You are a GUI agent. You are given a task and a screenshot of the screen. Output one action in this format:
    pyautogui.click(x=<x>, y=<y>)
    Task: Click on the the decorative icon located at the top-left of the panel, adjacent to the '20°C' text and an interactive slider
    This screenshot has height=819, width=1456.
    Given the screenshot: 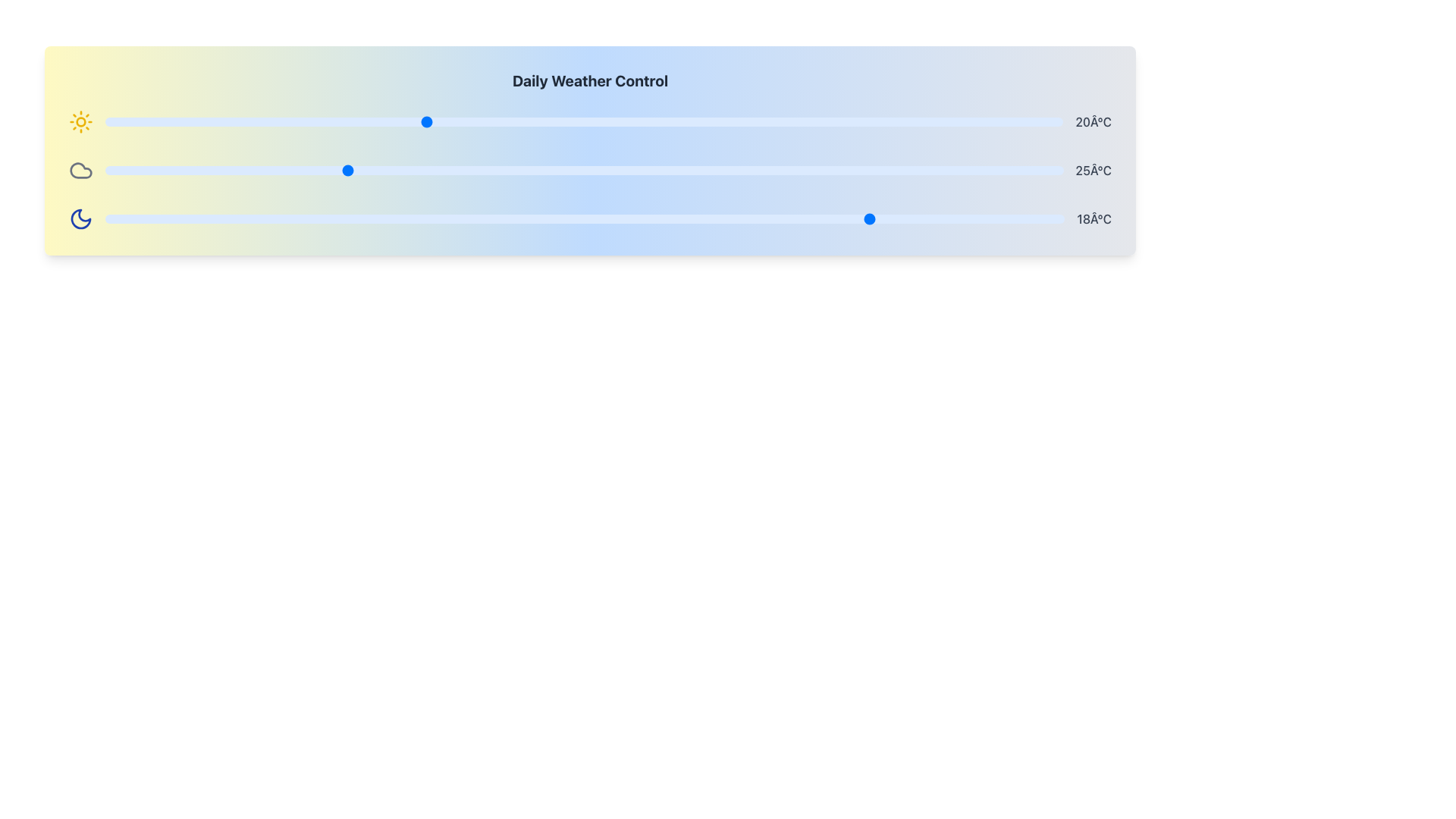 What is the action you would take?
    pyautogui.click(x=80, y=121)
    